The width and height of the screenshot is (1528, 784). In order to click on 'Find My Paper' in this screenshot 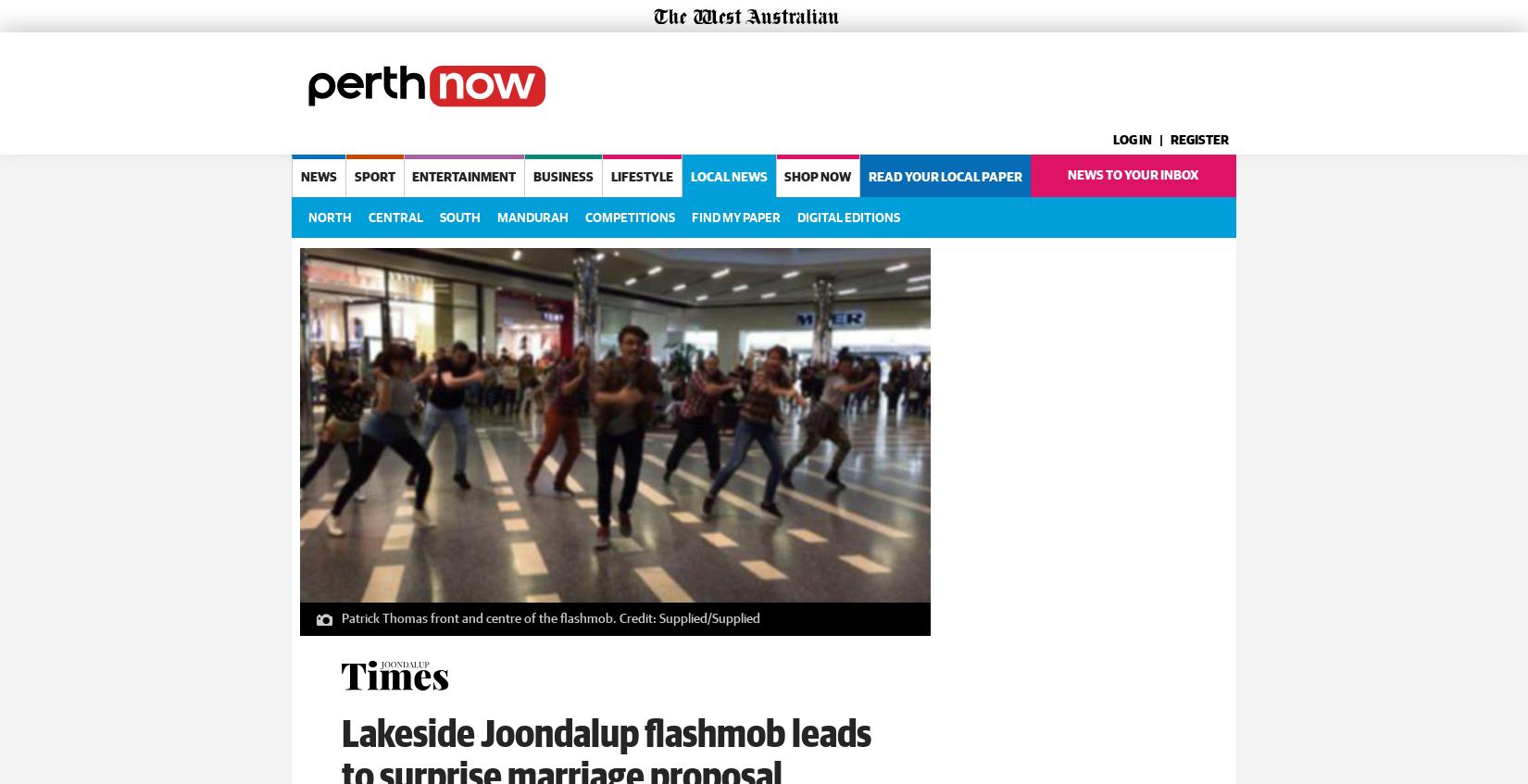, I will do `click(734, 217)`.